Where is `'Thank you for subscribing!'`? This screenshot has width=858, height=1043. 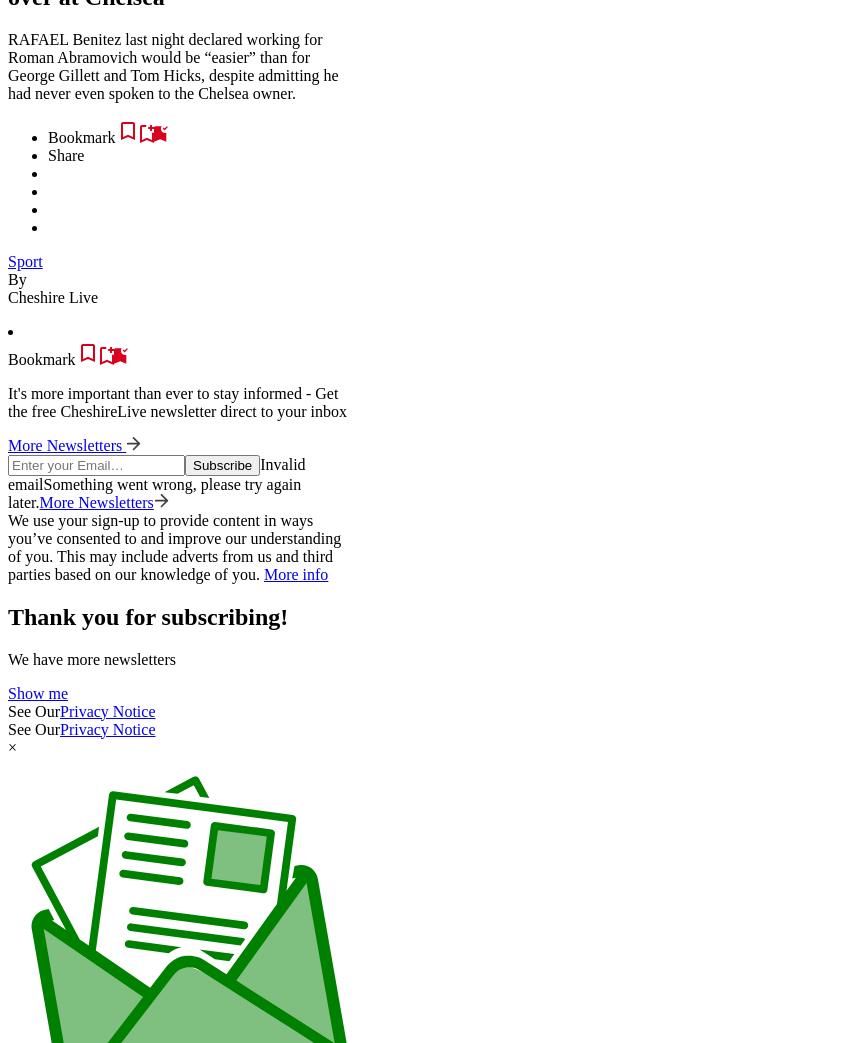 'Thank you for subscribing!' is located at coordinates (147, 614).